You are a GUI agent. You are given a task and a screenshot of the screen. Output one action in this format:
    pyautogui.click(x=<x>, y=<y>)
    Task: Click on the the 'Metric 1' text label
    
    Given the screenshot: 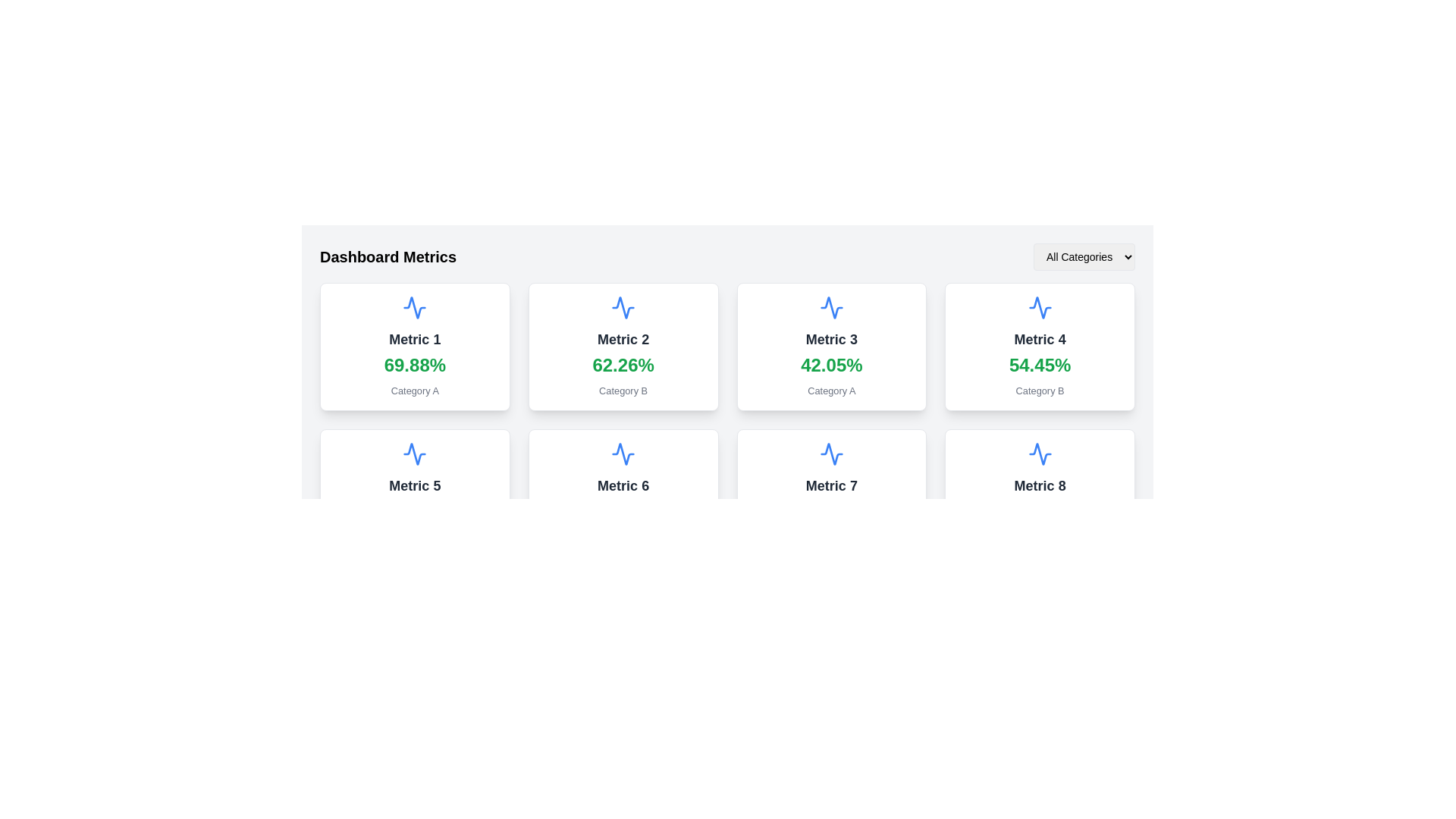 What is the action you would take?
    pyautogui.click(x=415, y=338)
    